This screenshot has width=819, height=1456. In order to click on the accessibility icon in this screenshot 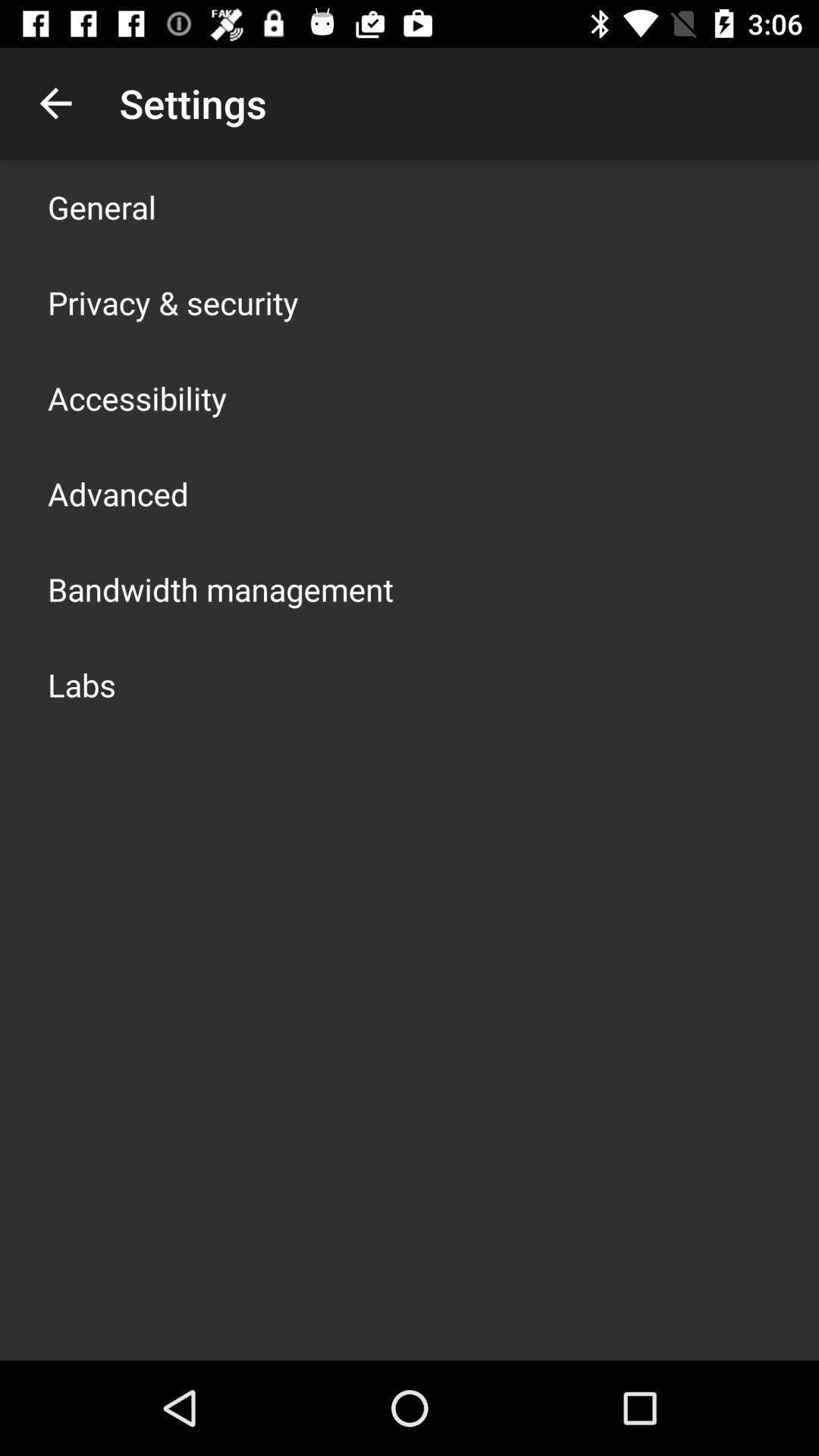, I will do `click(137, 397)`.